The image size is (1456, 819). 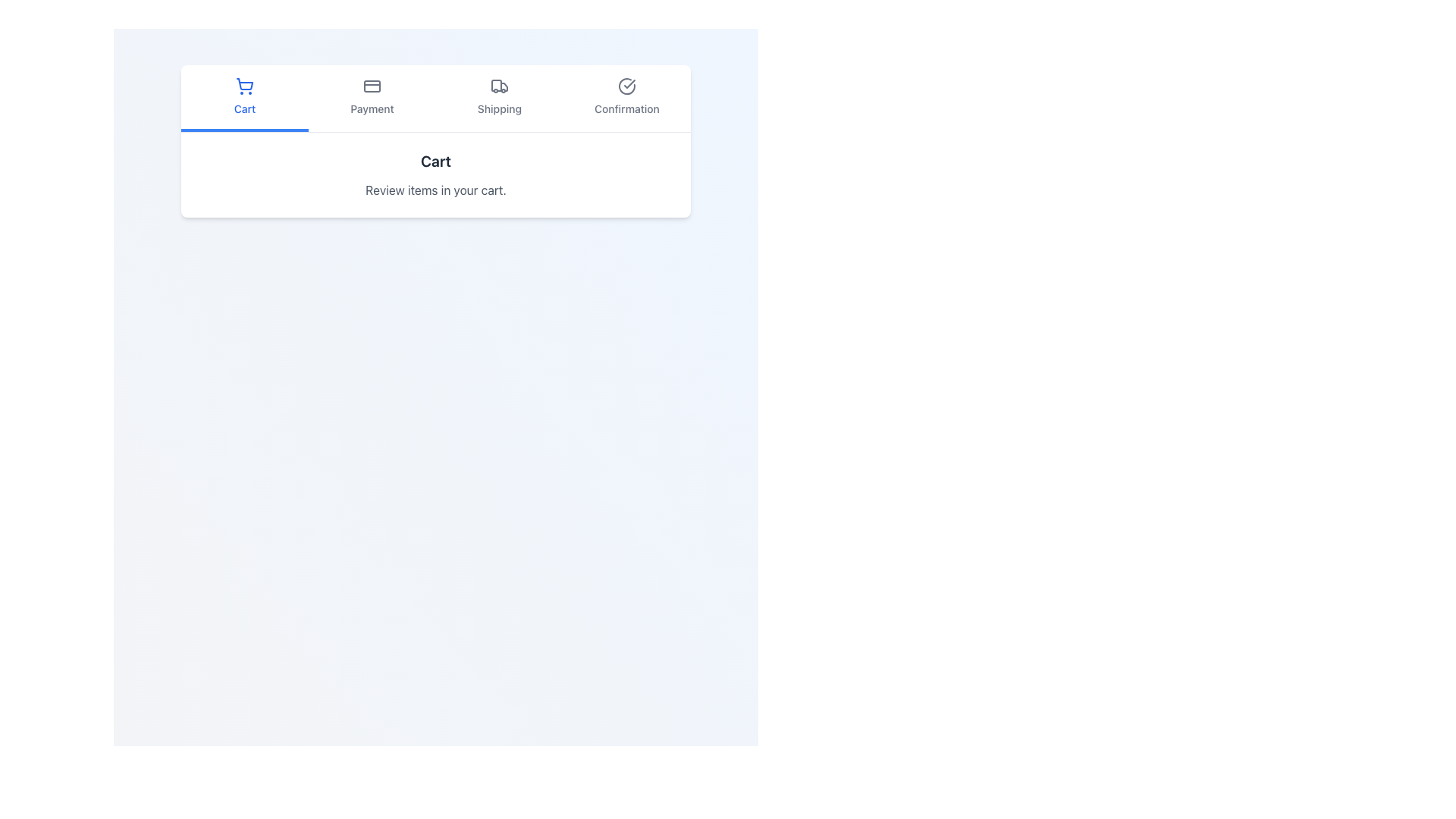 I want to click on the 'Cart' step in the multi-step progress bar, so click(x=435, y=140).